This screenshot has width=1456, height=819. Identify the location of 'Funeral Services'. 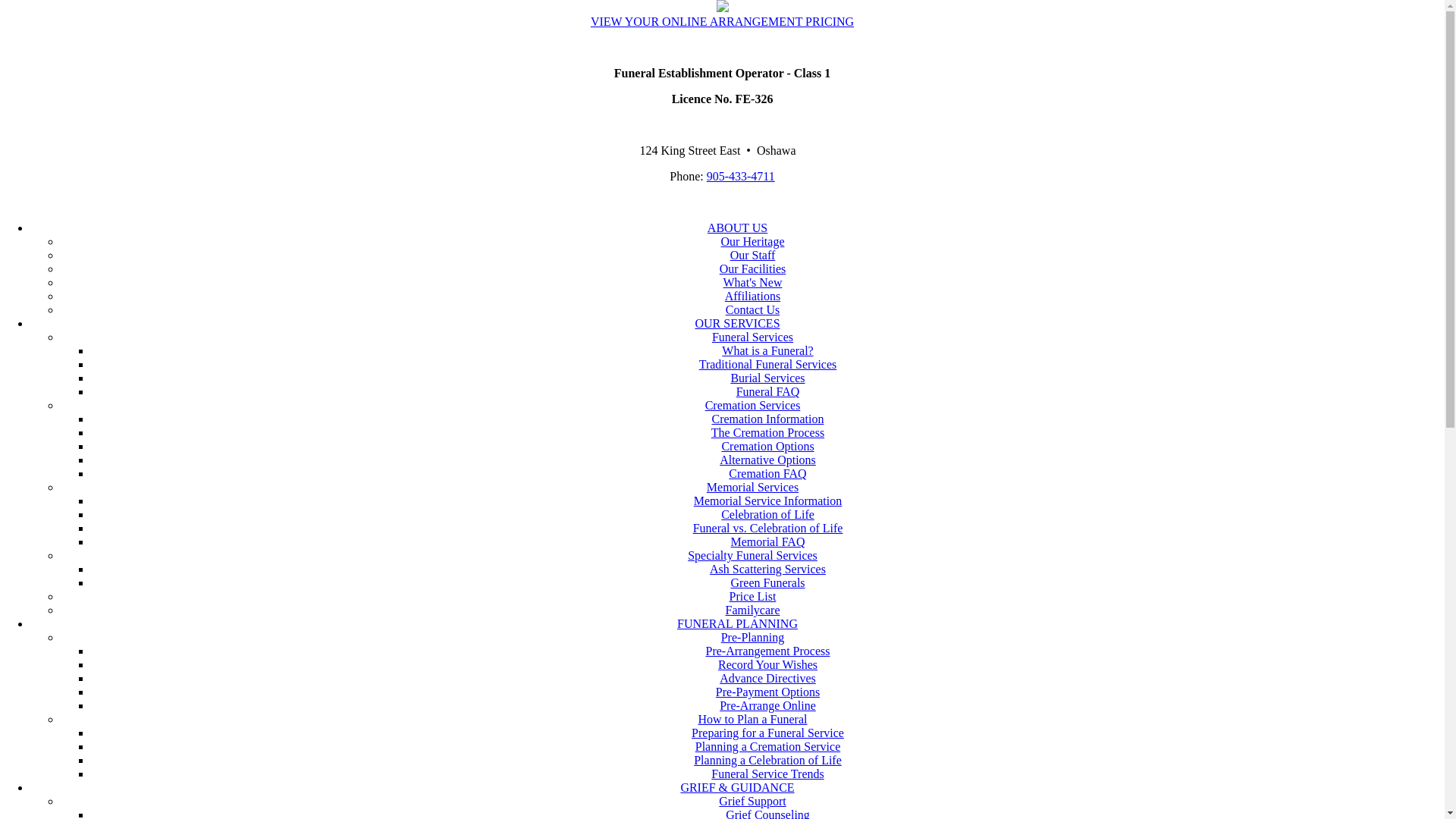
(752, 336).